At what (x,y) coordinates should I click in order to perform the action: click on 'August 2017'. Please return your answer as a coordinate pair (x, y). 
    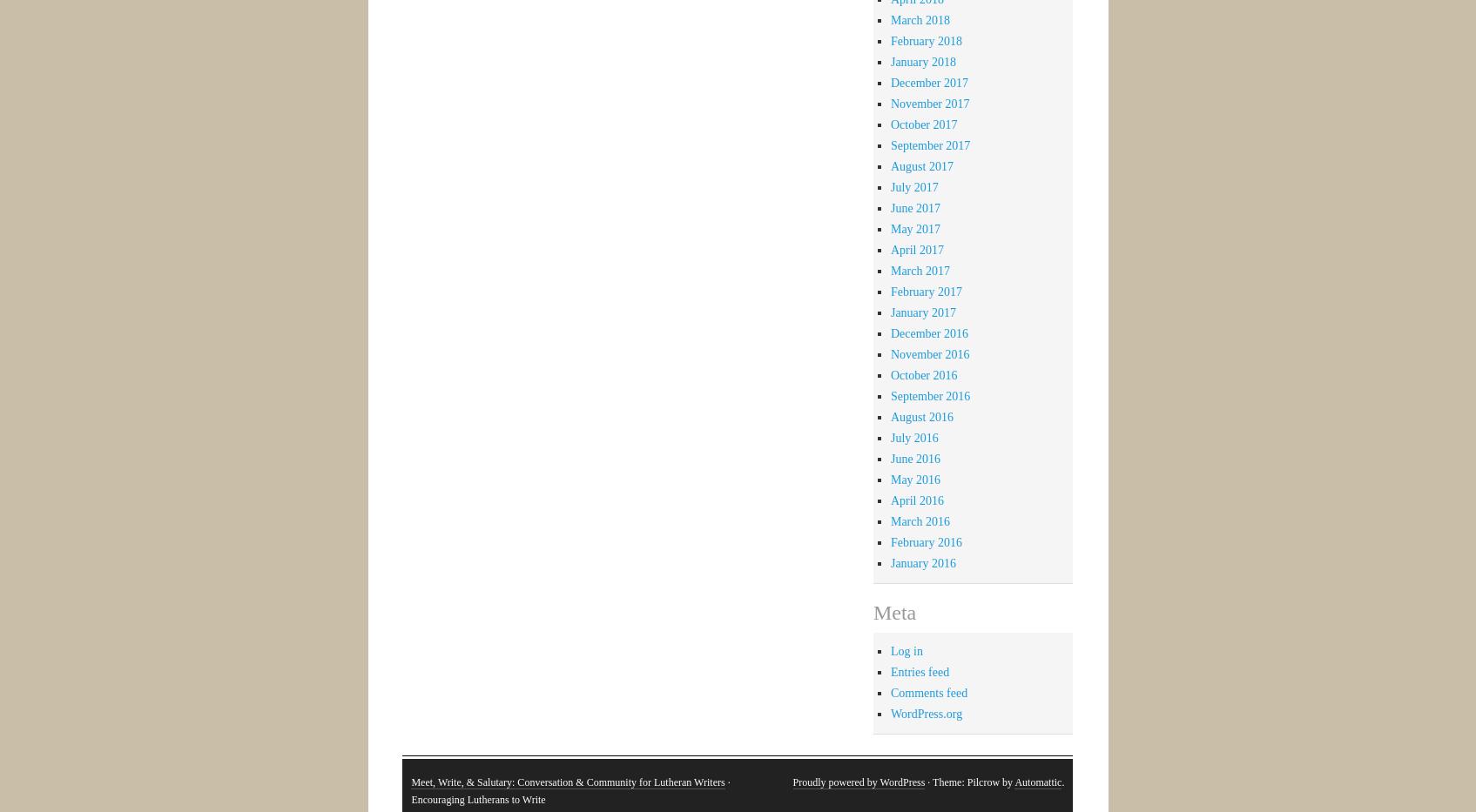
    Looking at the image, I should click on (921, 165).